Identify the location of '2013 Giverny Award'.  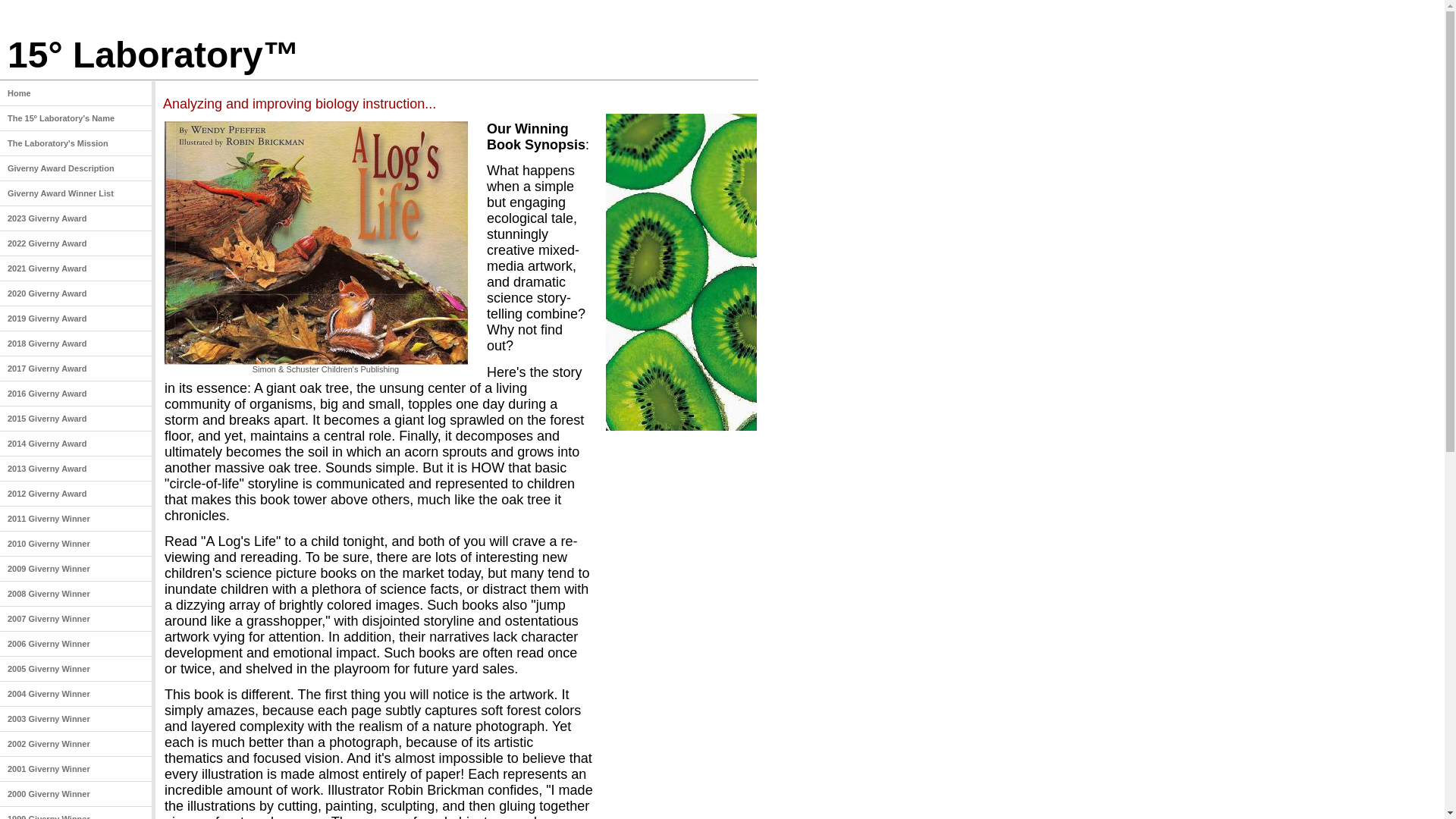
(0, 468).